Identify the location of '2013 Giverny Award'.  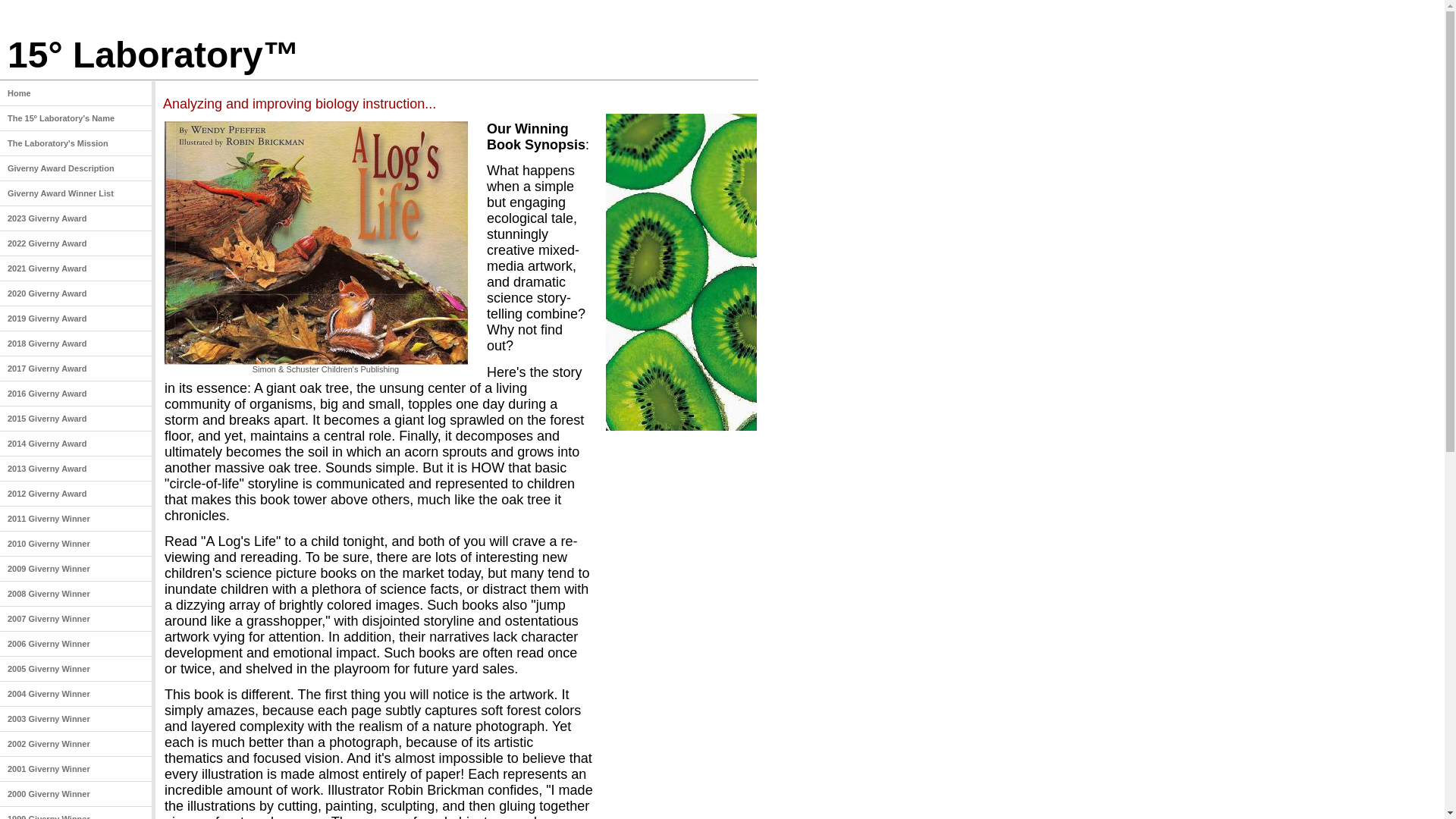
(0, 468).